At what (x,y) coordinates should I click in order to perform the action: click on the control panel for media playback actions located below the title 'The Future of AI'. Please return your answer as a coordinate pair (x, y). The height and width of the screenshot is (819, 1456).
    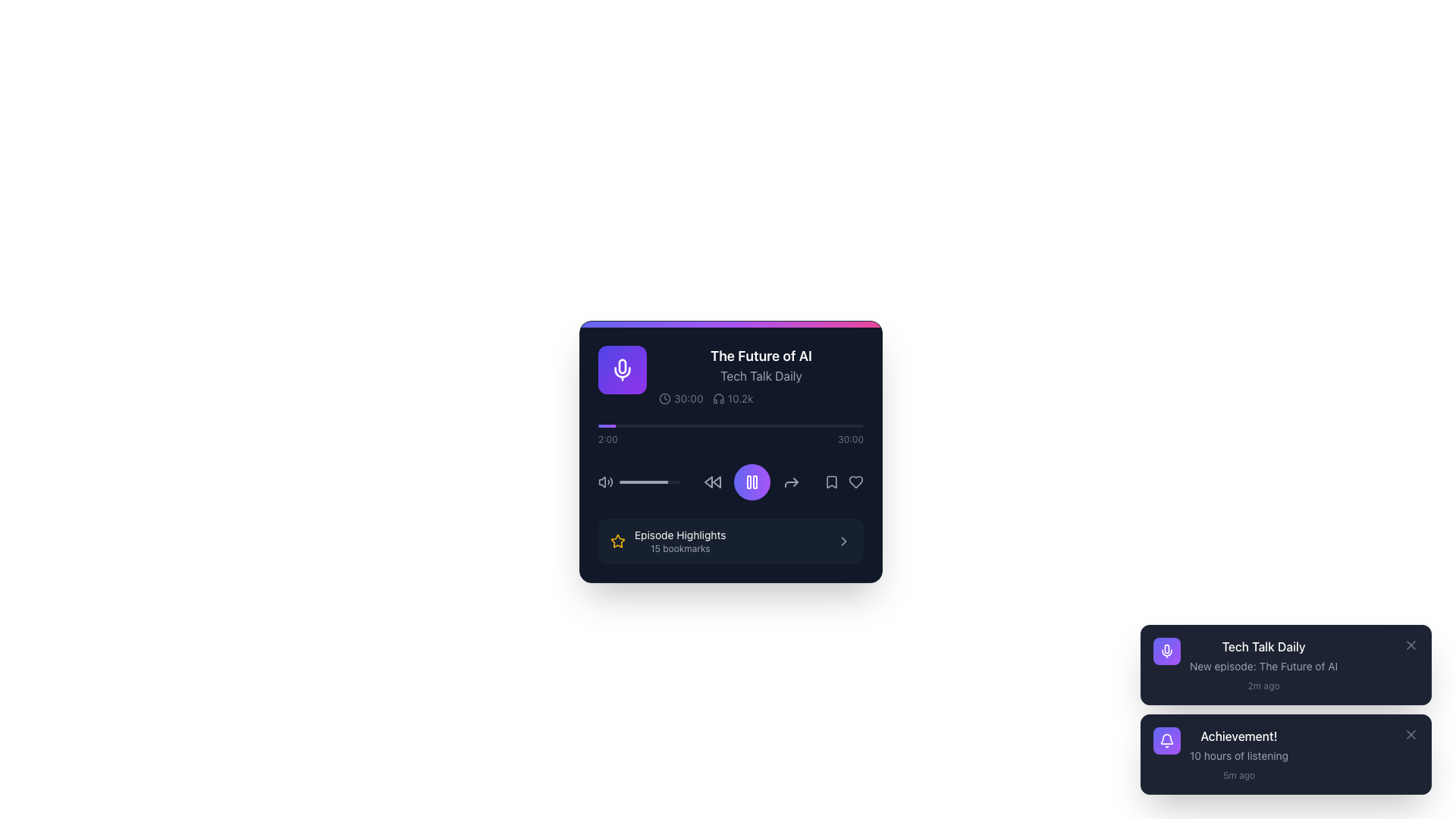
    Looking at the image, I should click on (731, 482).